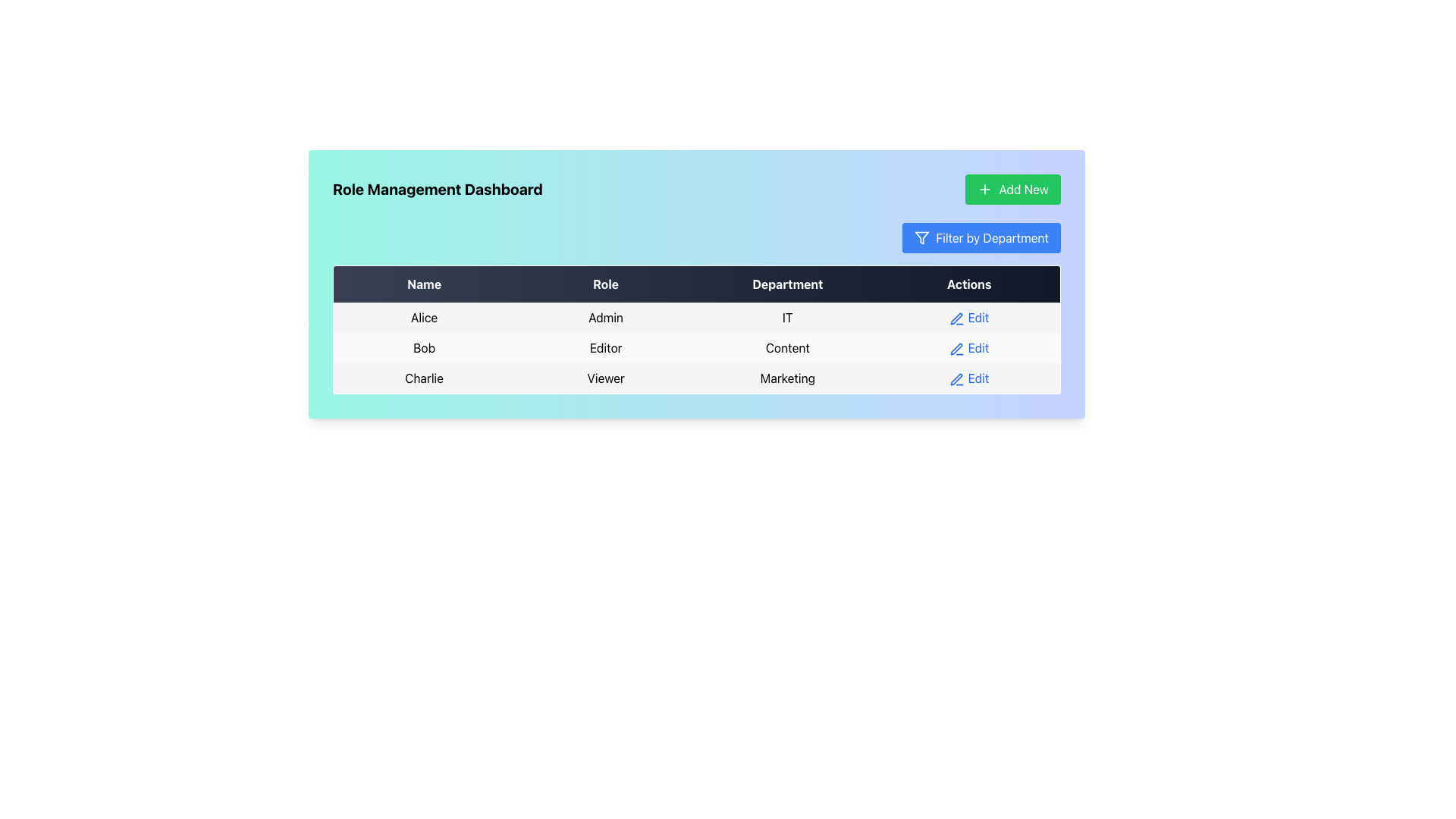  What do you see at coordinates (968, 377) in the screenshot?
I see `the 'Edit' hyperlink button with a pen icon associated with 'Charlie - Viewer - Marketing'` at bounding box center [968, 377].